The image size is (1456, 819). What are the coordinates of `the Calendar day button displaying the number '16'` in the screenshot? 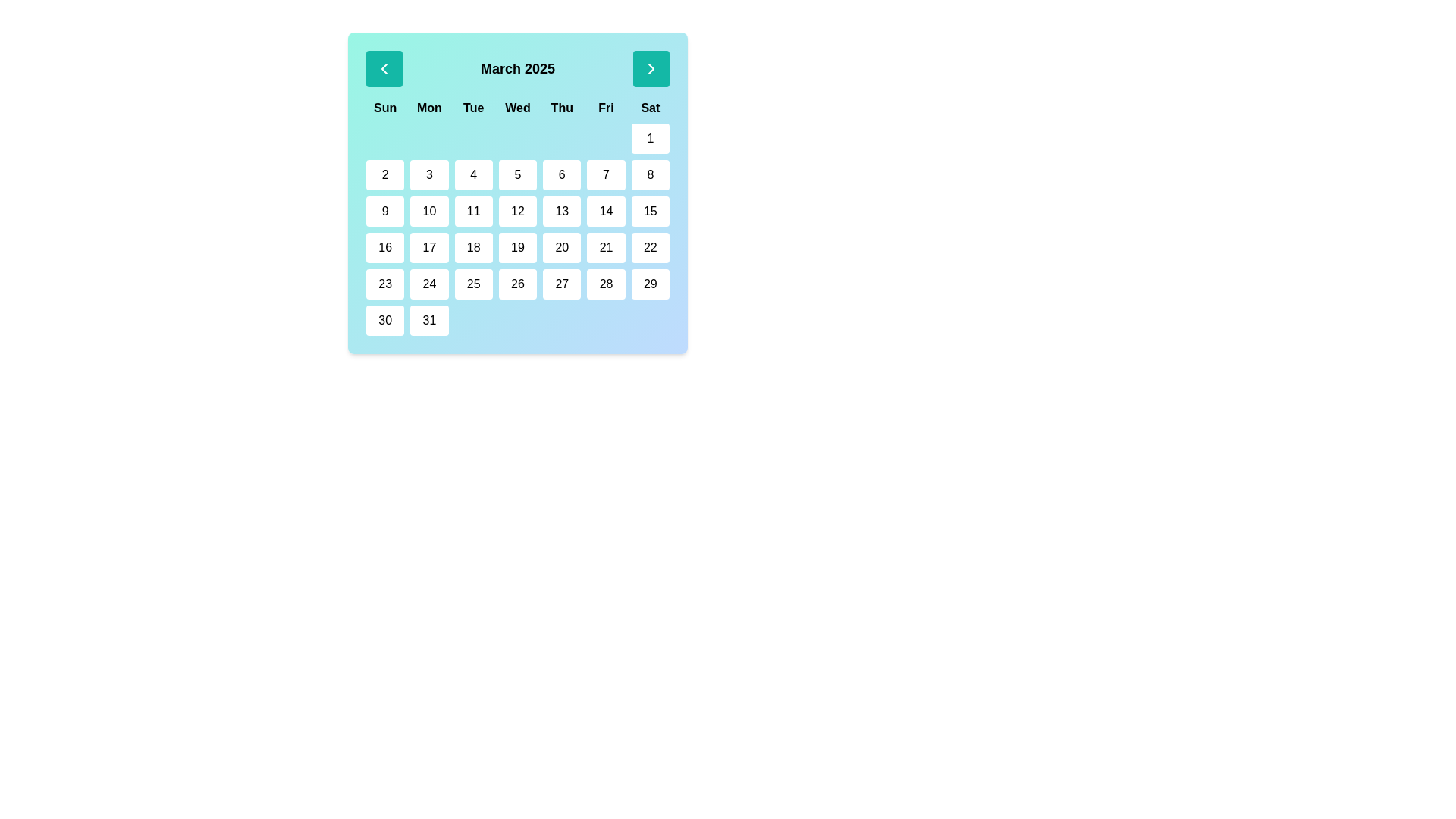 It's located at (385, 247).